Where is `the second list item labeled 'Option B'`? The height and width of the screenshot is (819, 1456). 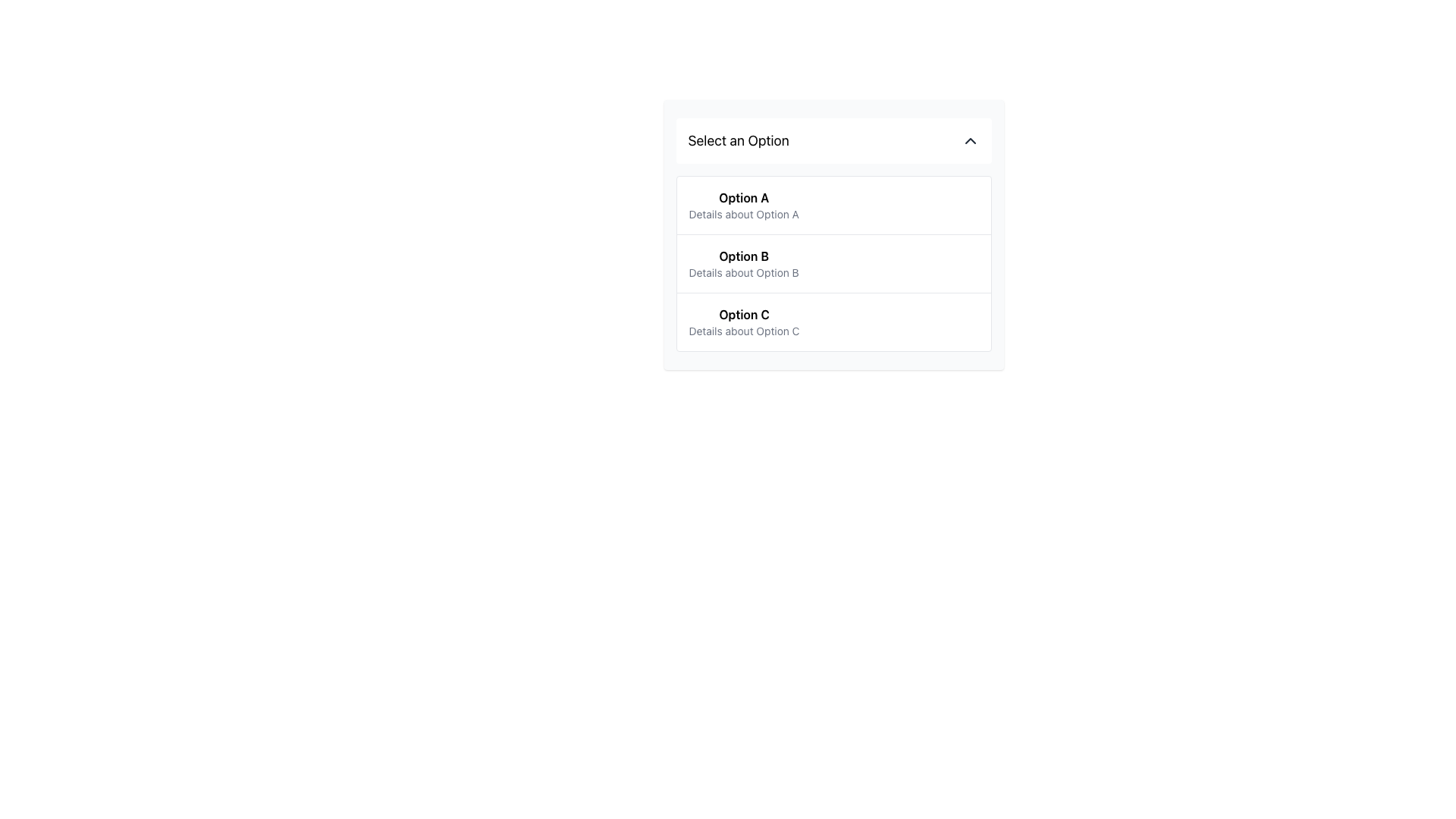
the second list item labeled 'Option B' is located at coordinates (833, 262).